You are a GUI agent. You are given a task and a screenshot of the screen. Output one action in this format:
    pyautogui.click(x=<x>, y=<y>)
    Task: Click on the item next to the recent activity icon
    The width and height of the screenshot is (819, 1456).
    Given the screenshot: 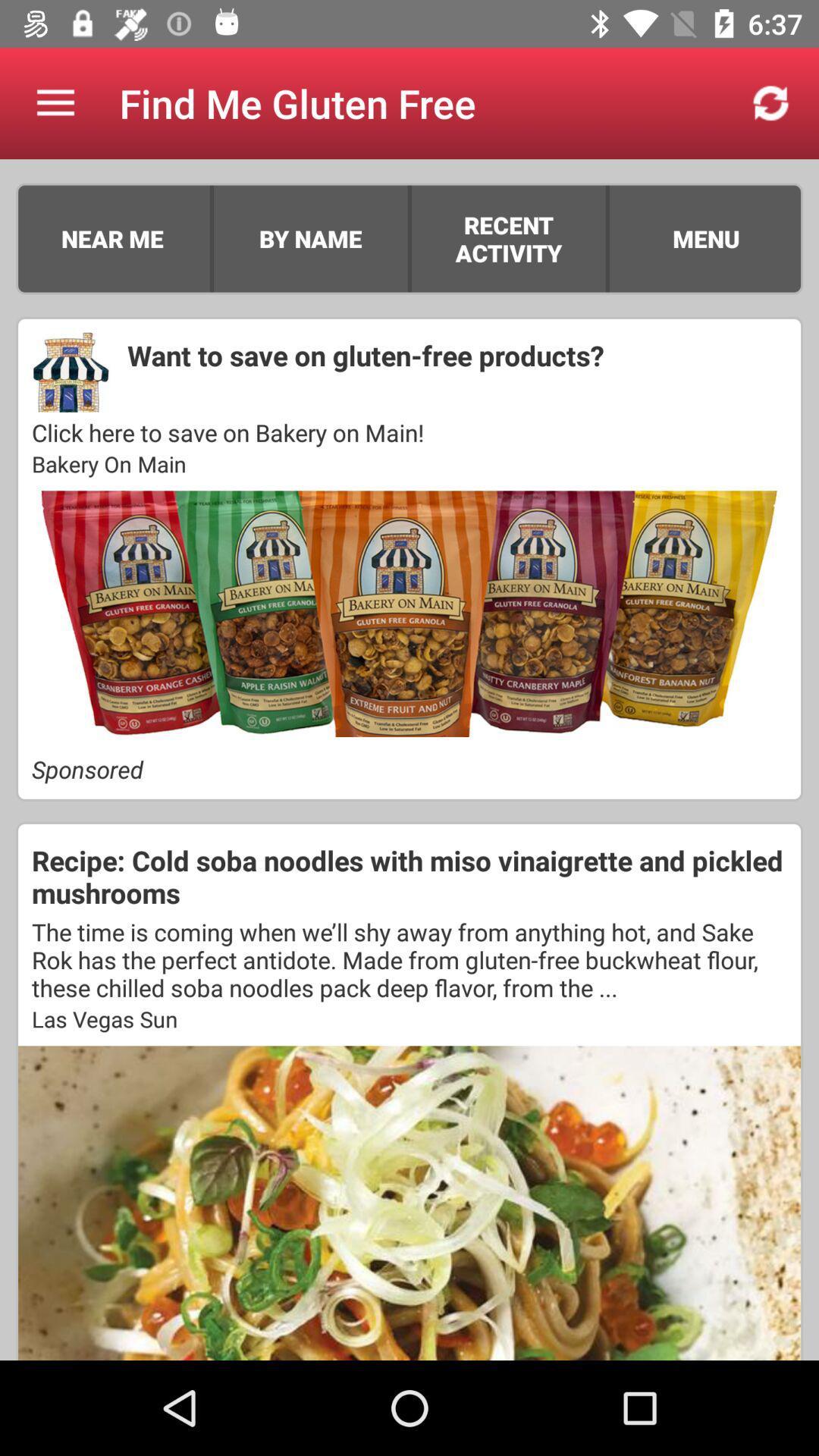 What is the action you would take?
    pyautogui.click(x=607, y=238)
    